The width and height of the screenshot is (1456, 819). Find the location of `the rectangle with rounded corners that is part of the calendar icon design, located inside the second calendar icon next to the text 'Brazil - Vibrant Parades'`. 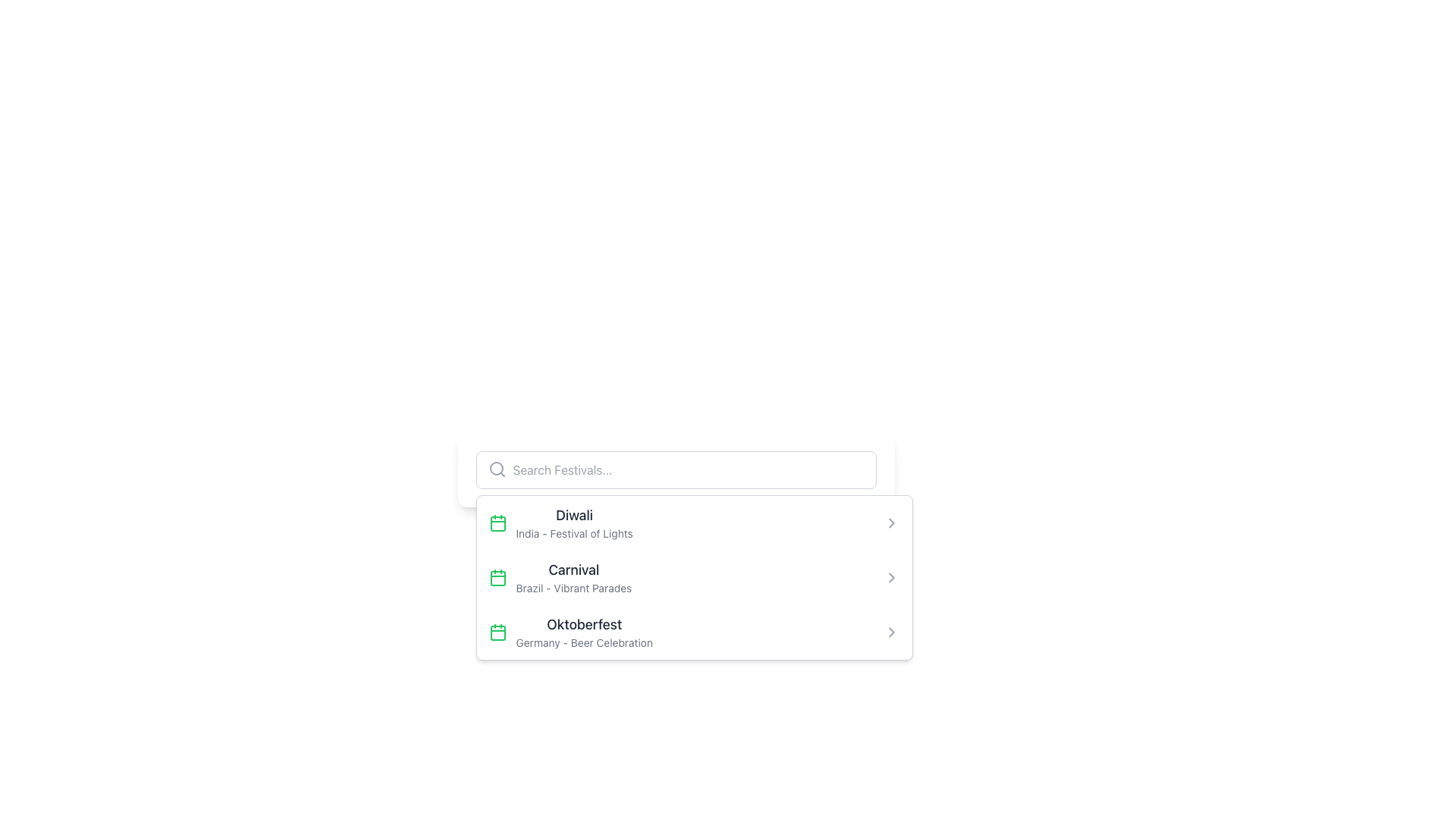

the rectangle with rounded corners that is part of the calendar icon design, located inside the second calendar icon next to the text 'Brazil - Vibrant Parades' is located at coordinates (497, 579).